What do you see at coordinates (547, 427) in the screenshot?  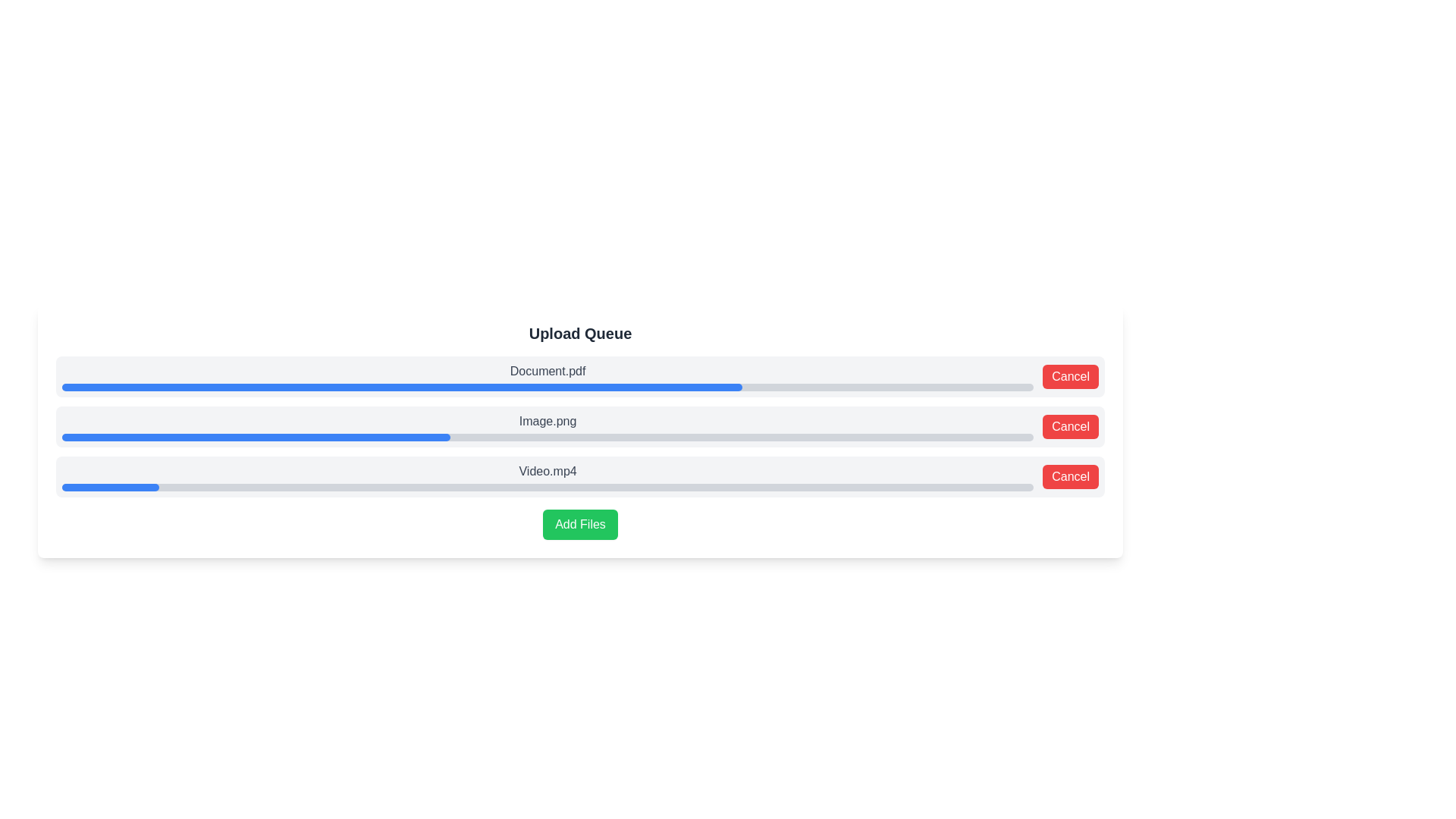 I see `the text label displaying 'Image.png' which is styled in gray color and located above a progress bar and to the left of a 'Cancel' button` at bounding box center [547, 427].